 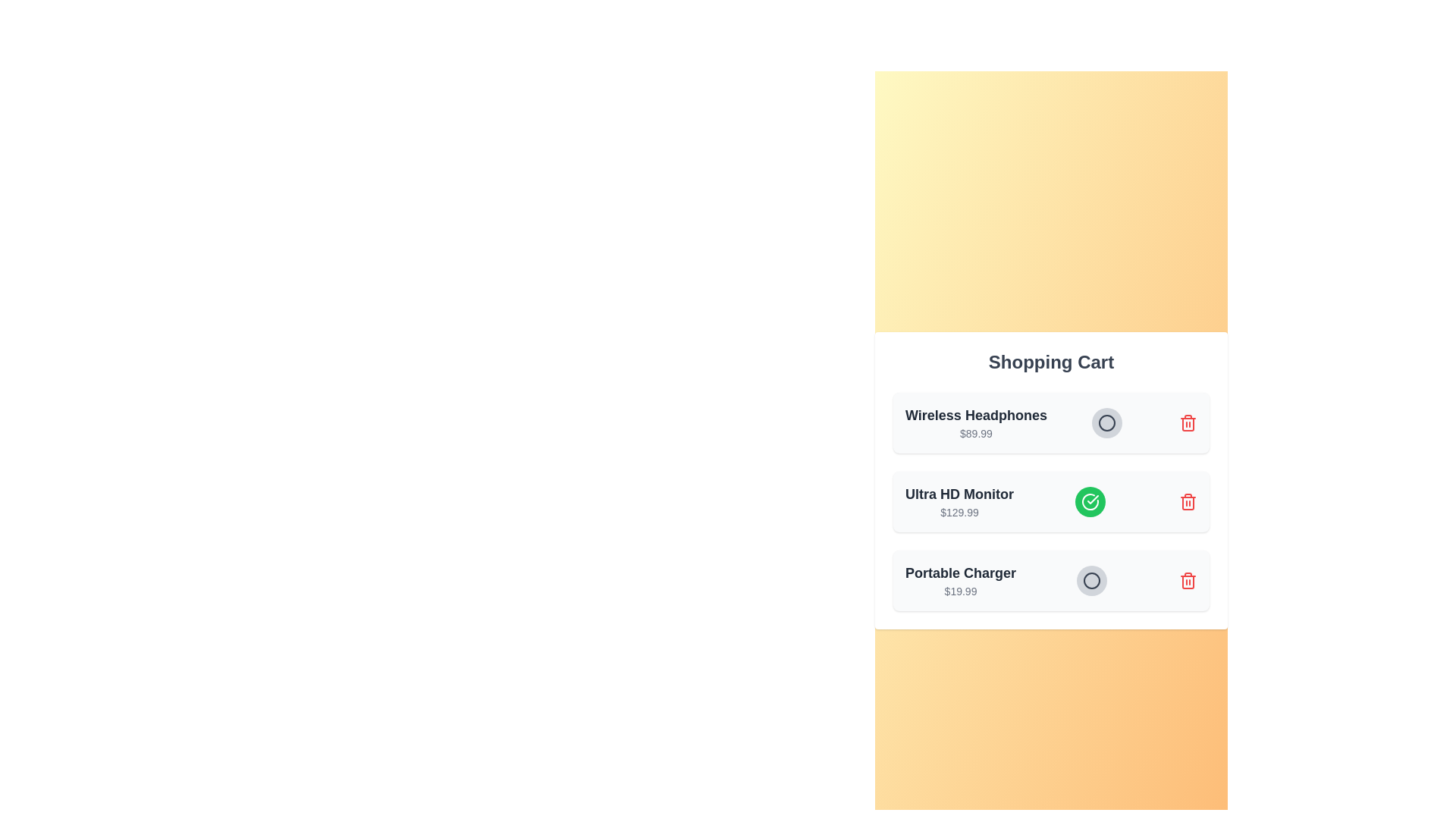 What do you see at coordinates (1090, 580) in the screenshot?
I see `the item Portable Charger in the shopping cart` at bounding box center [1090, 580].